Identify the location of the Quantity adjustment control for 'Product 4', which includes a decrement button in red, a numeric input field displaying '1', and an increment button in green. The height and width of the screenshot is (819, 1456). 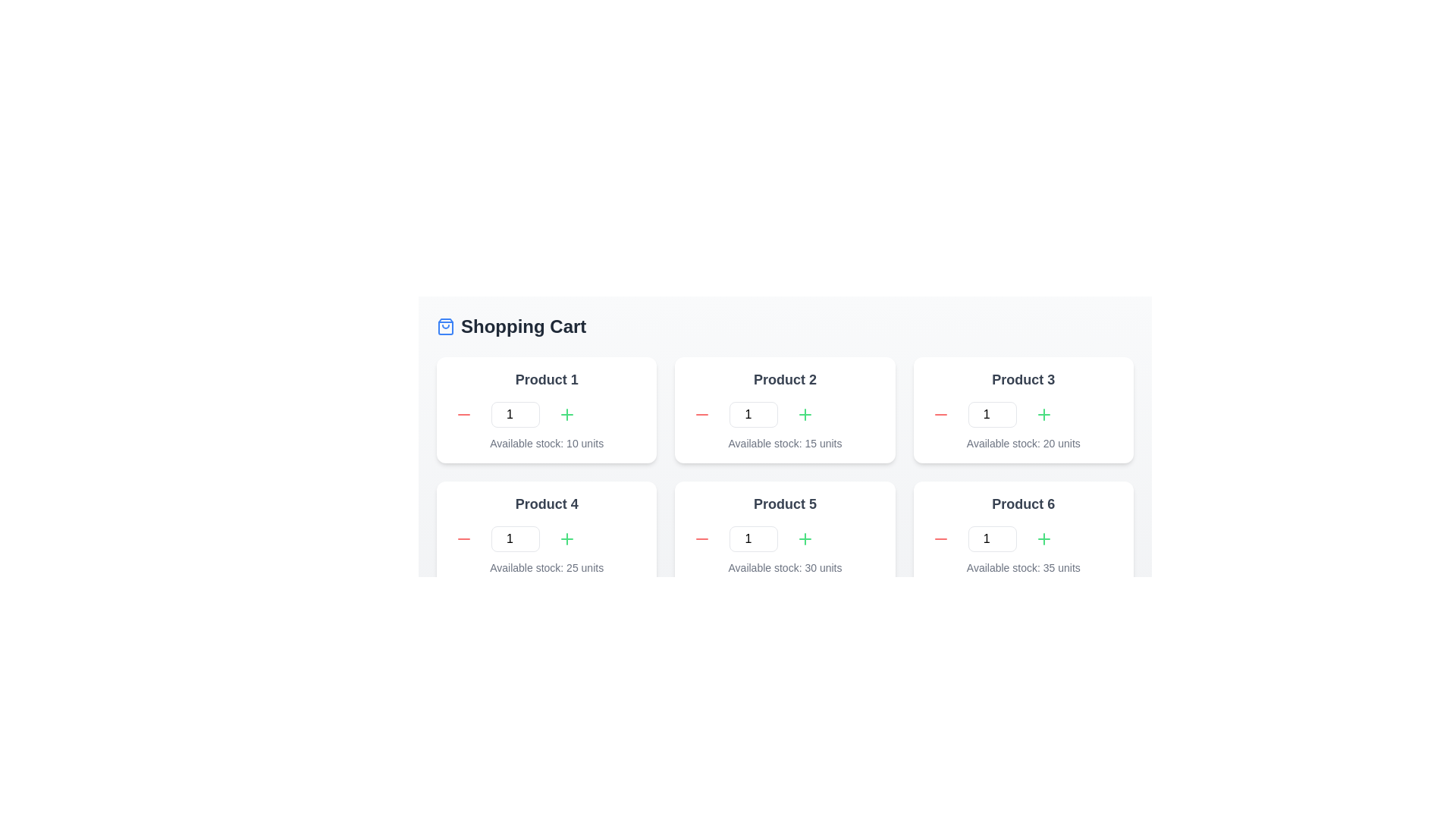
(546, 538).